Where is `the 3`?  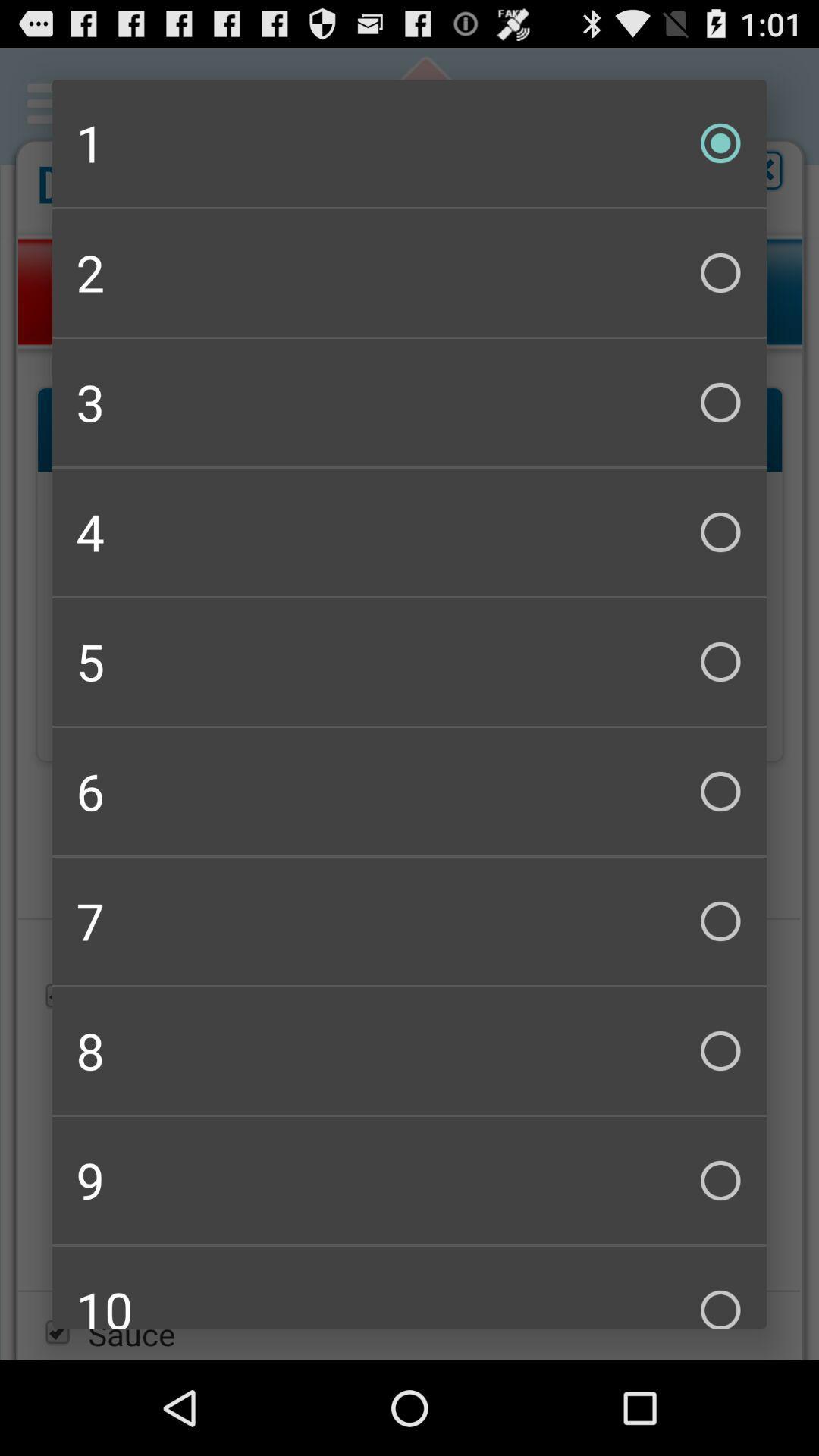 the 3 is located at coordinates (409, 403).